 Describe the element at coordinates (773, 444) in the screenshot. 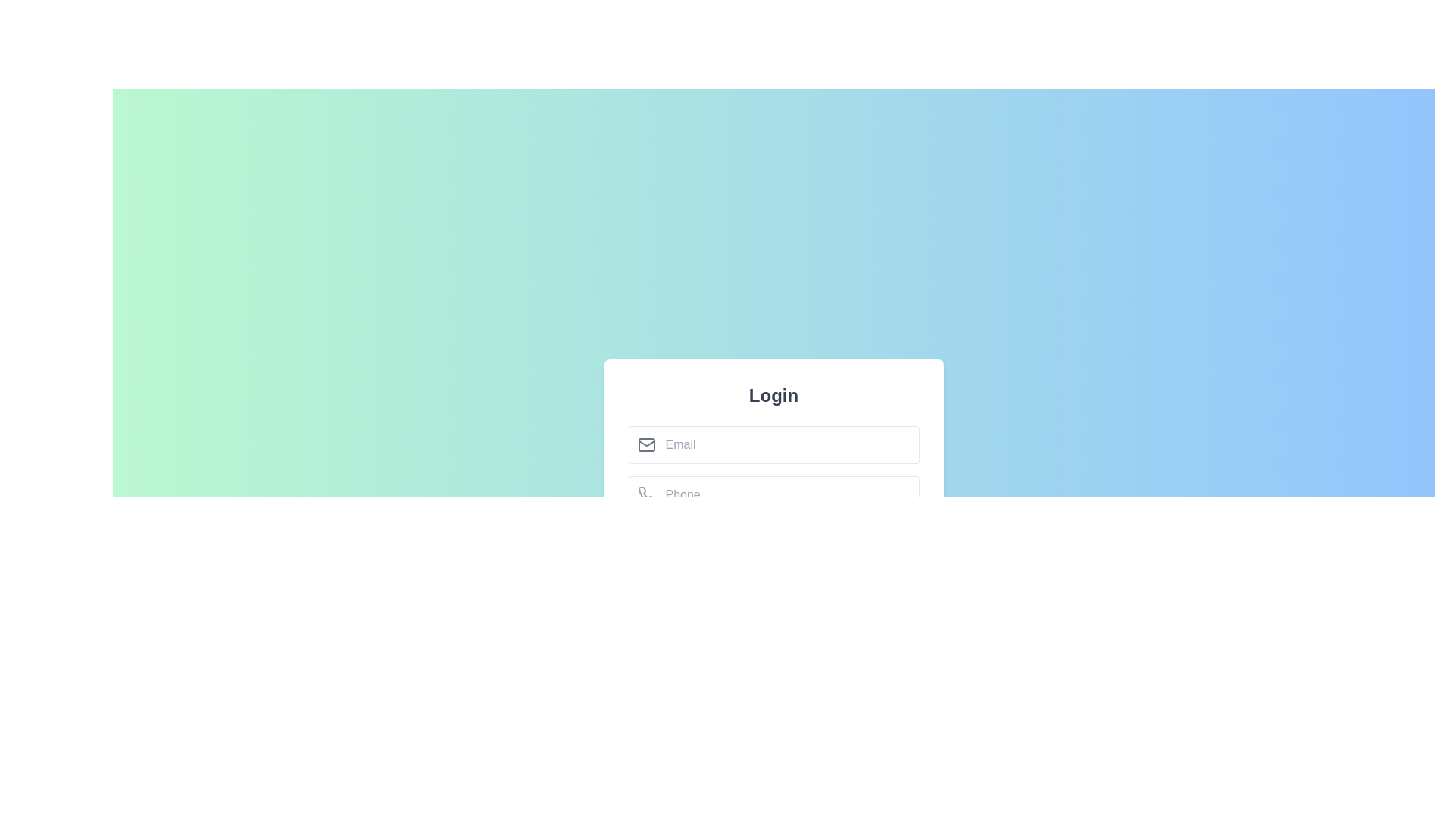

I see `the email input field located directly beneath the 'Login' title to focus on it` at that location.